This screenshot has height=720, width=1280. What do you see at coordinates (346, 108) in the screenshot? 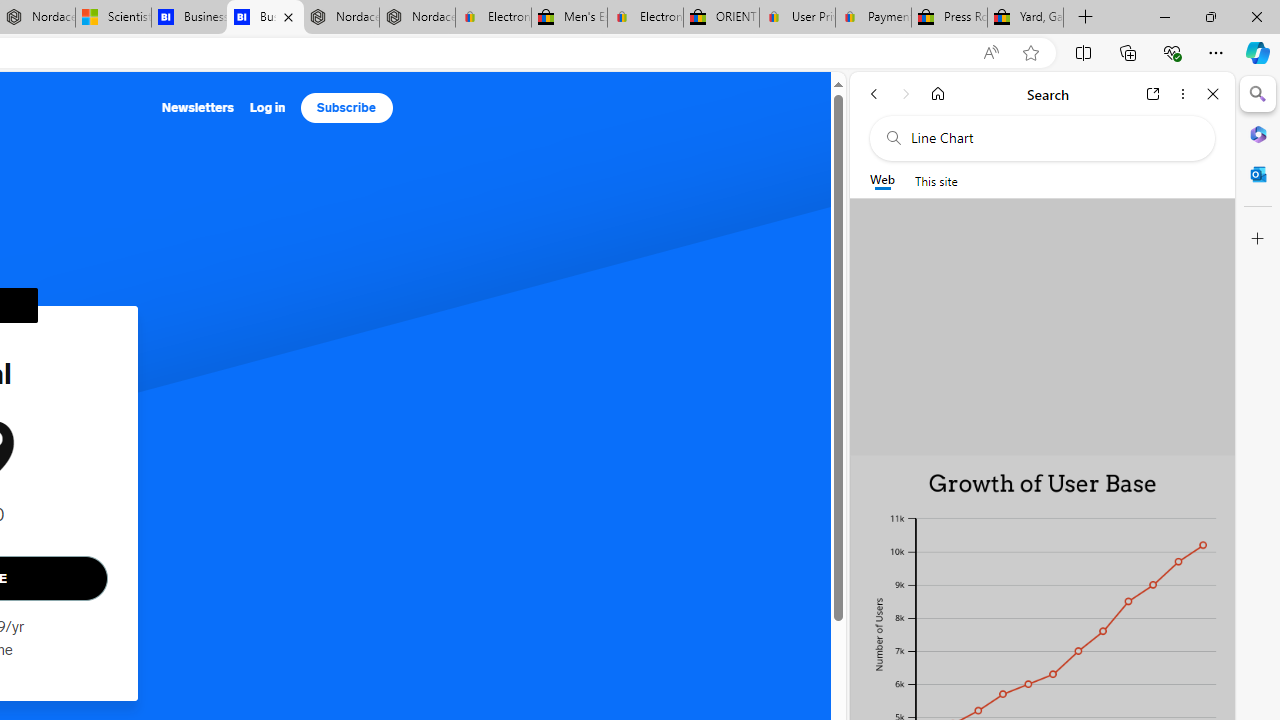
I see `'Subscribe'` at bounding box center [346, 108].